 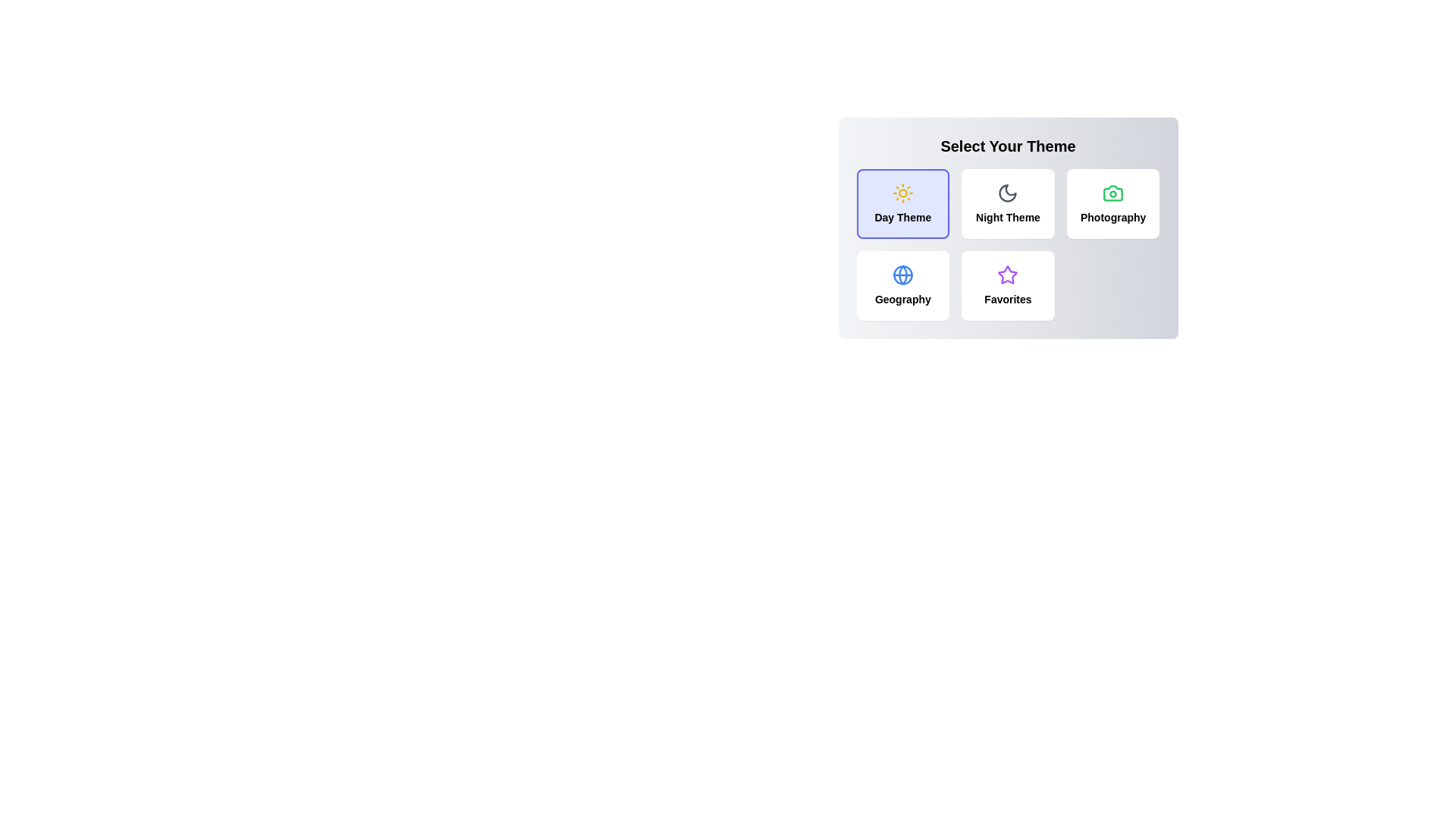 I want to click on the bottom-left button in the 3x2 grid, so click(x=902, y=286).